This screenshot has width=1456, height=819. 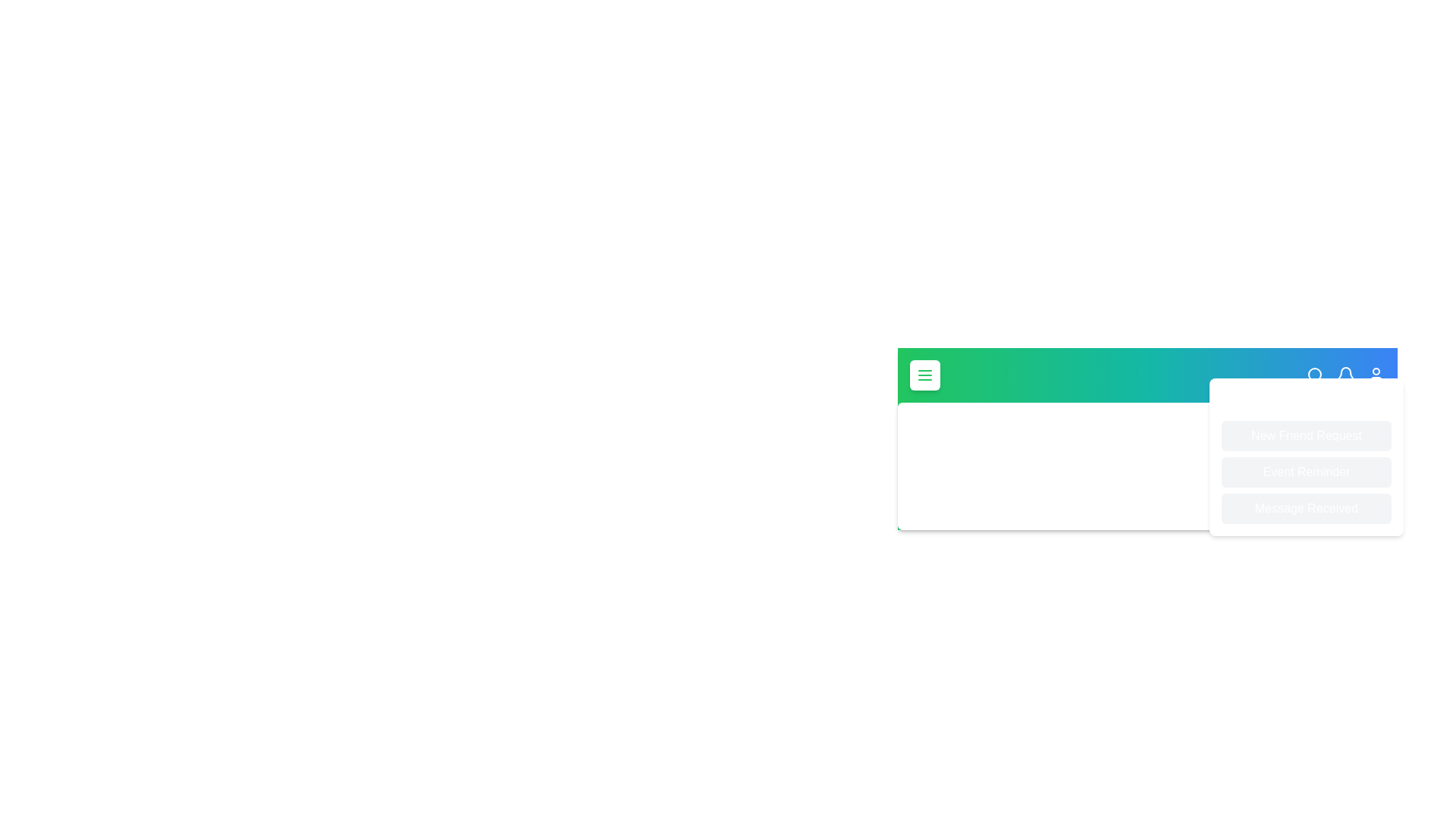 What do you see at coordinates (924, 375) in the screenshot?
I see `the menu button to toggle the menu visibility` at bounding box center [924, 375].